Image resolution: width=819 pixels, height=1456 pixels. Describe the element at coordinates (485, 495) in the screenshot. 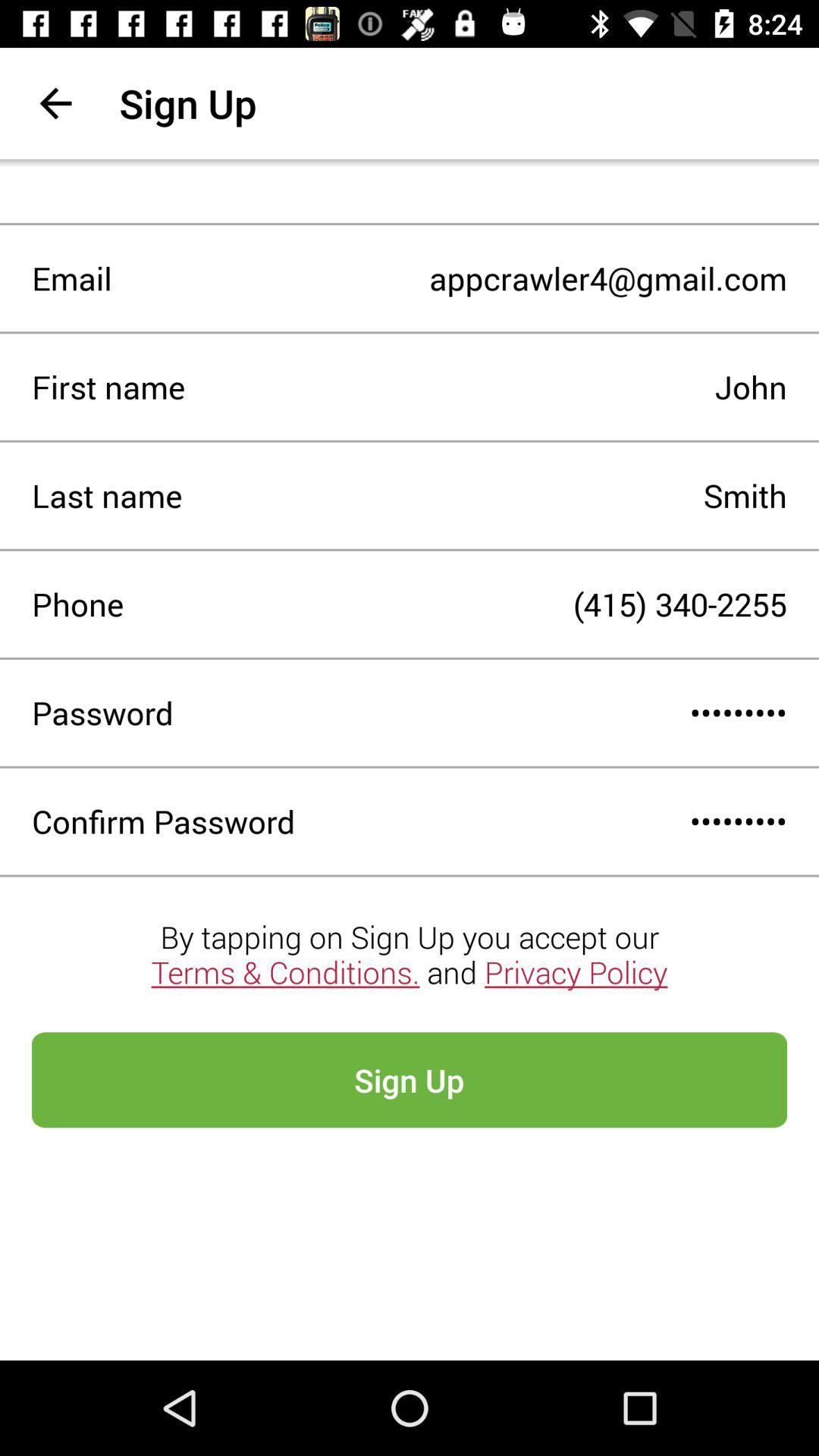

I see `icon next to the last name icon` at that location.